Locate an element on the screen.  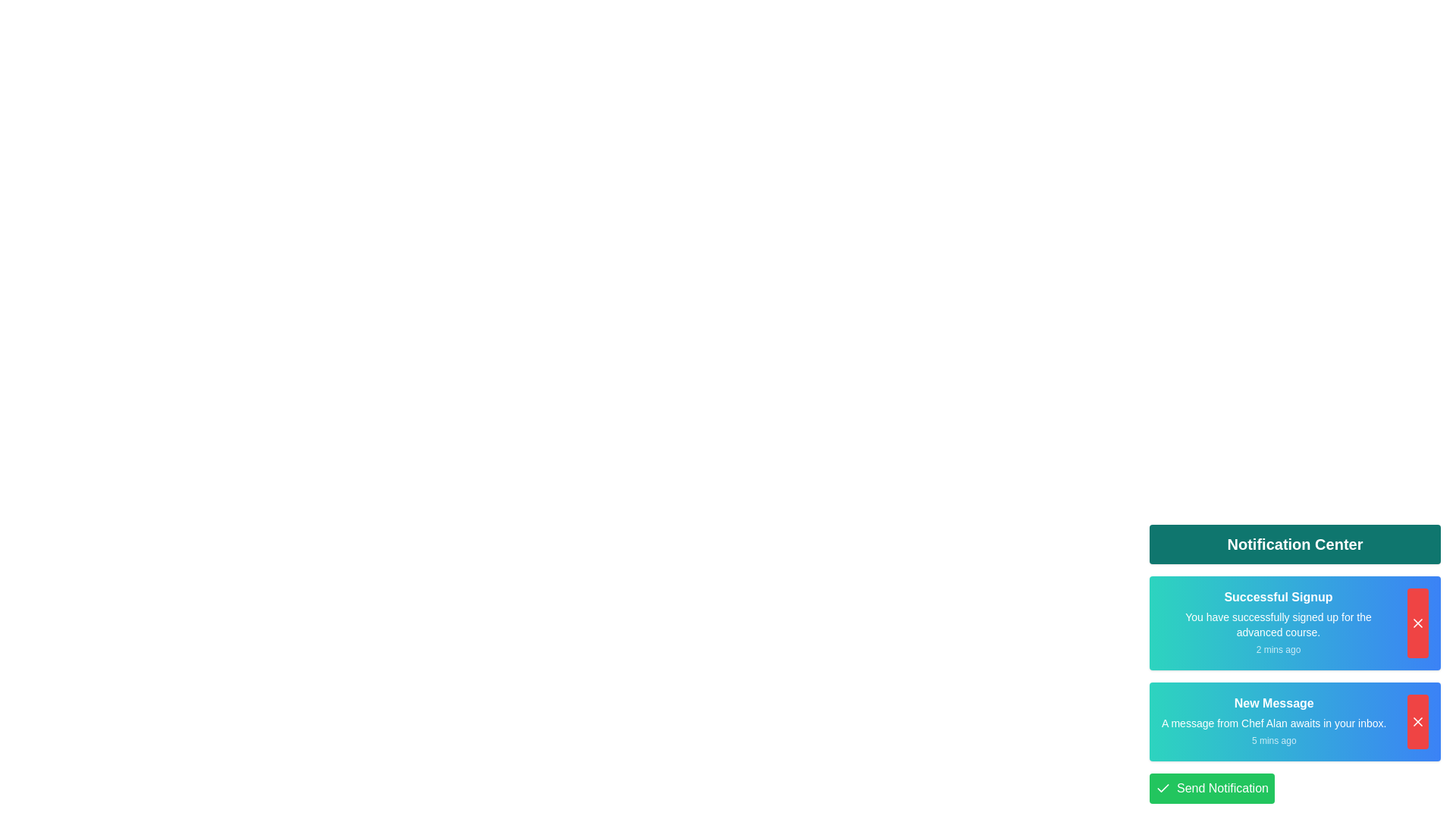
the 'Send Notification' button is located at coordinates (1211, 788).